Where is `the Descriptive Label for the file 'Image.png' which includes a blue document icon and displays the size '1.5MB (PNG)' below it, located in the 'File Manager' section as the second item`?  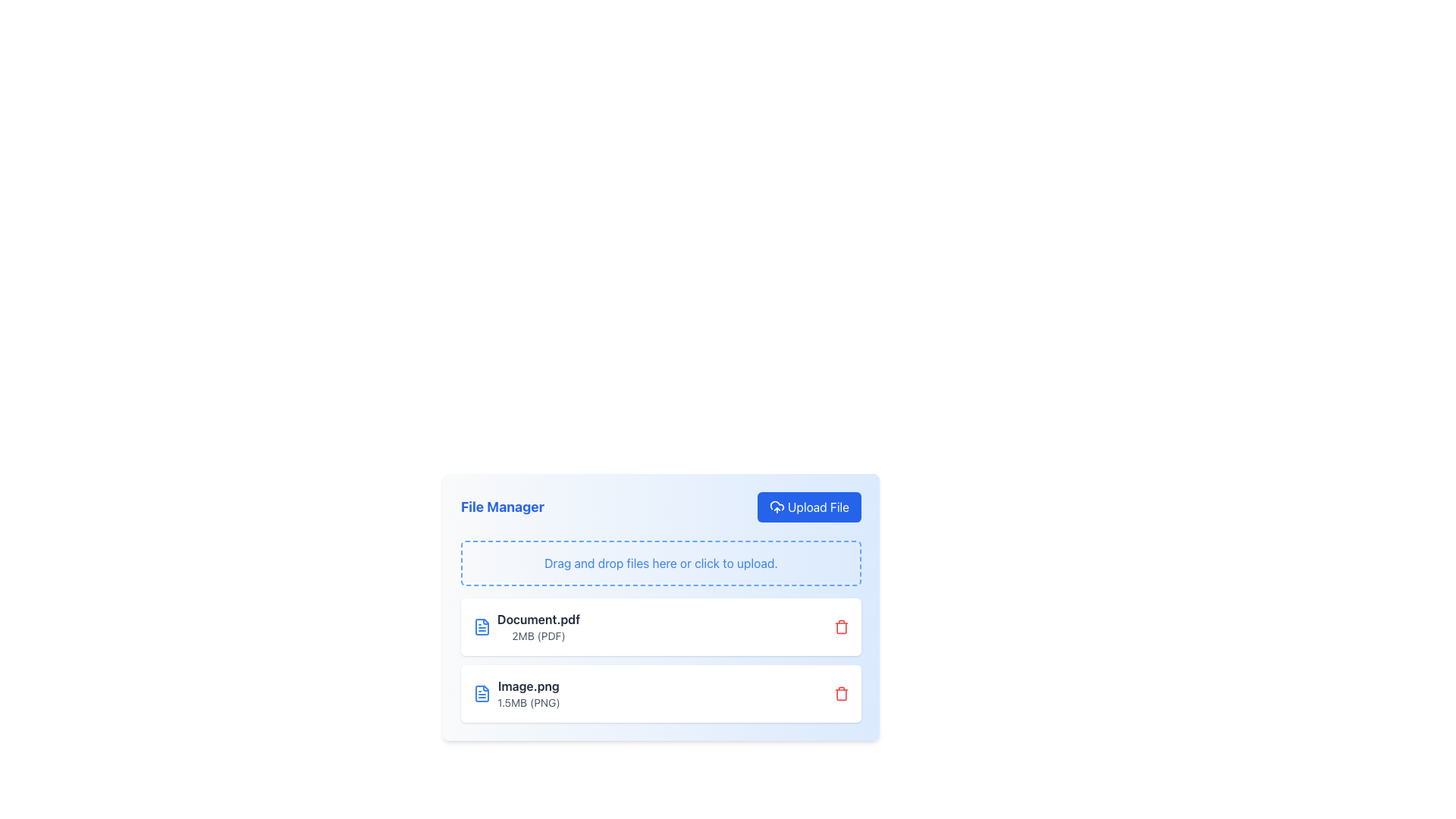 the Descriptive Label for the file 'Image.png' which includes a blue document icon and displays the size '1.5MB (PNG)' below it, located in the 'File Manager' section as the second item is located at coordinates (516, 693).